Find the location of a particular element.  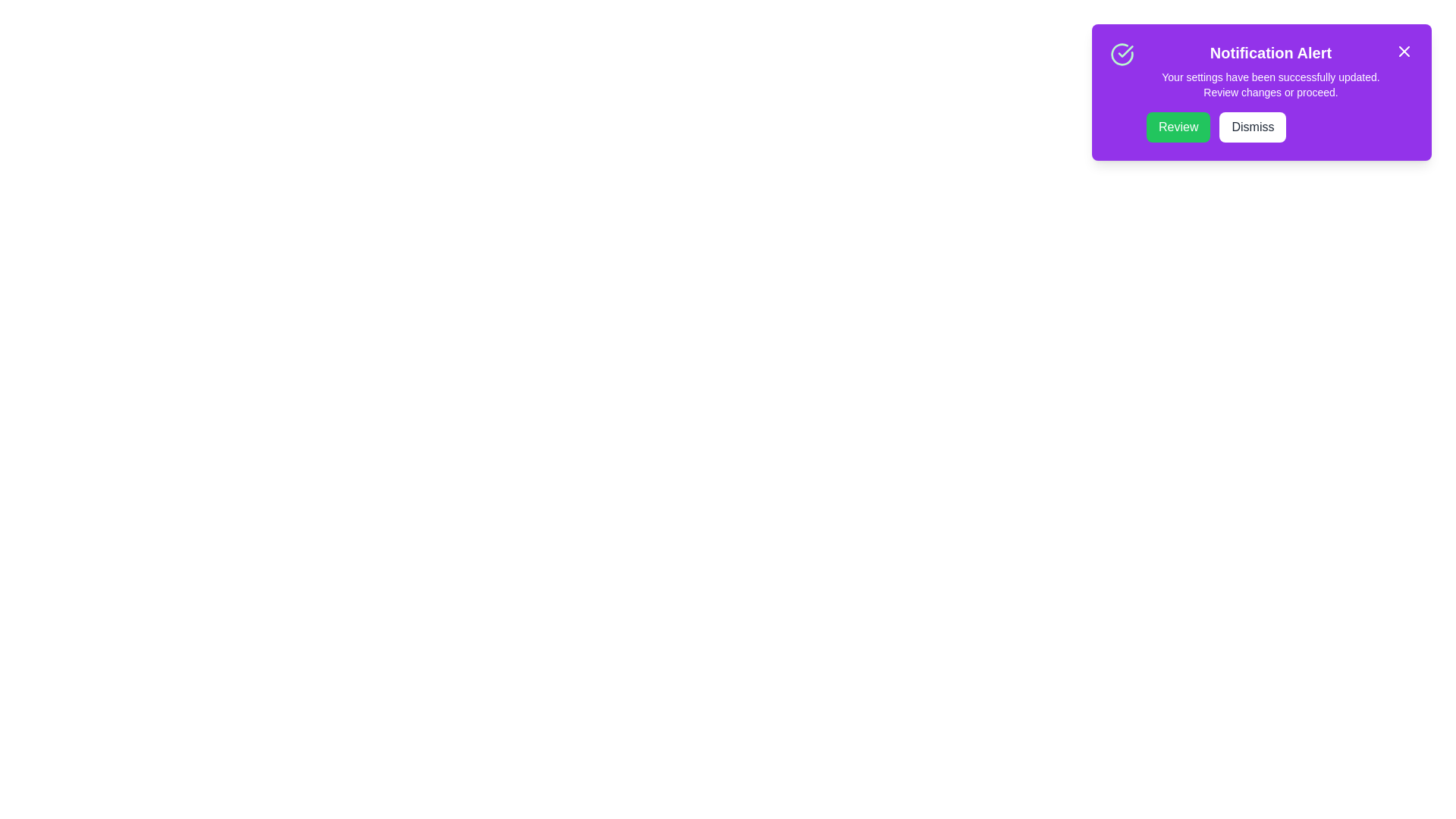

the close icon button, which is a small diagonal cross located in the top-right corner of the notification card is located at coordinates (1404, 51).